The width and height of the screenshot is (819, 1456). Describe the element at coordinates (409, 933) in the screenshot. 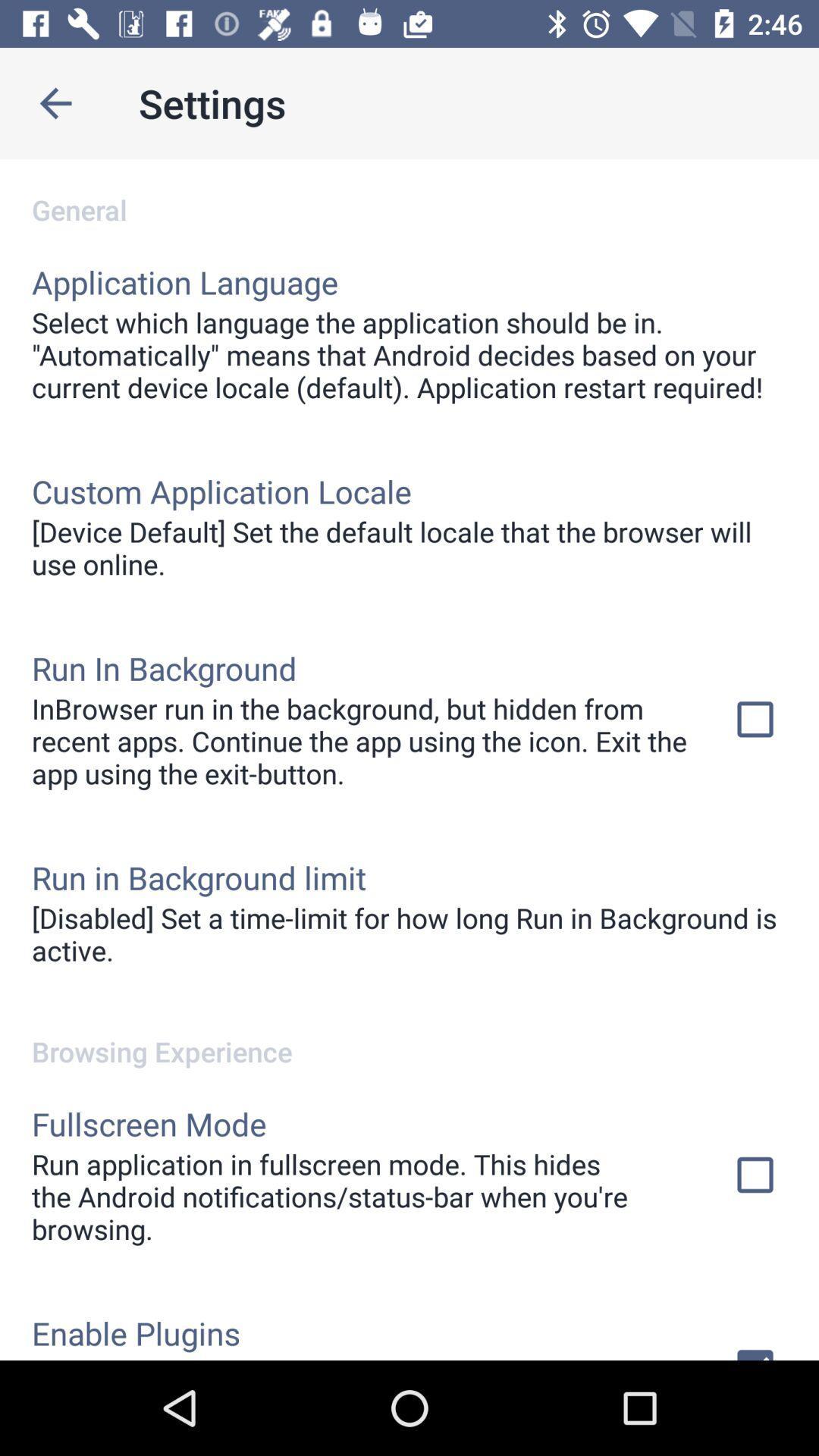

I see `app below the run in background` at that location.